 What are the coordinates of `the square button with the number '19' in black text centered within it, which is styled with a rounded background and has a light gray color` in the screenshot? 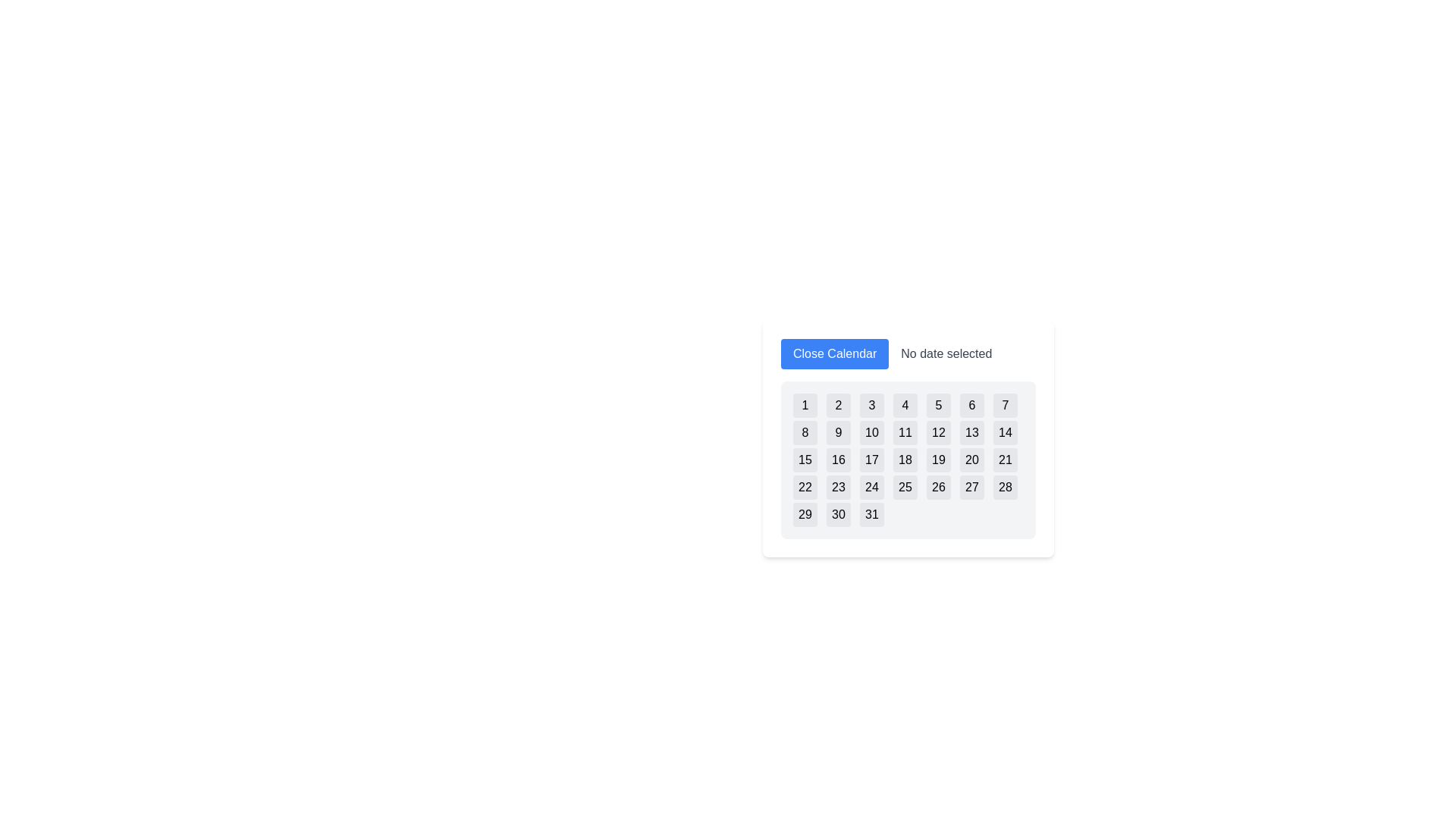 It's located at (938, 459).